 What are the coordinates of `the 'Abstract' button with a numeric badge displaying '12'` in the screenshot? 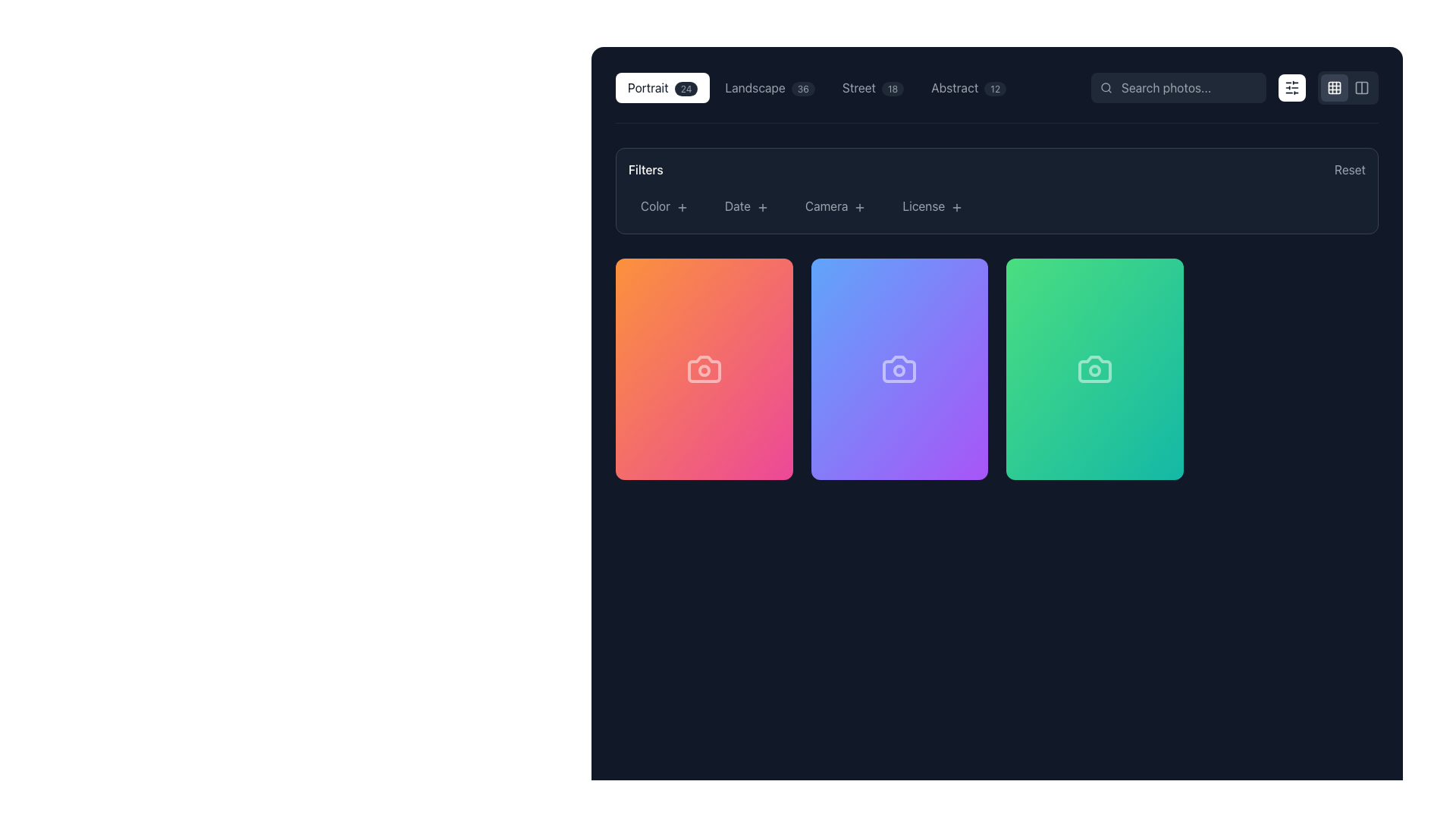 It's located at (968, 87).